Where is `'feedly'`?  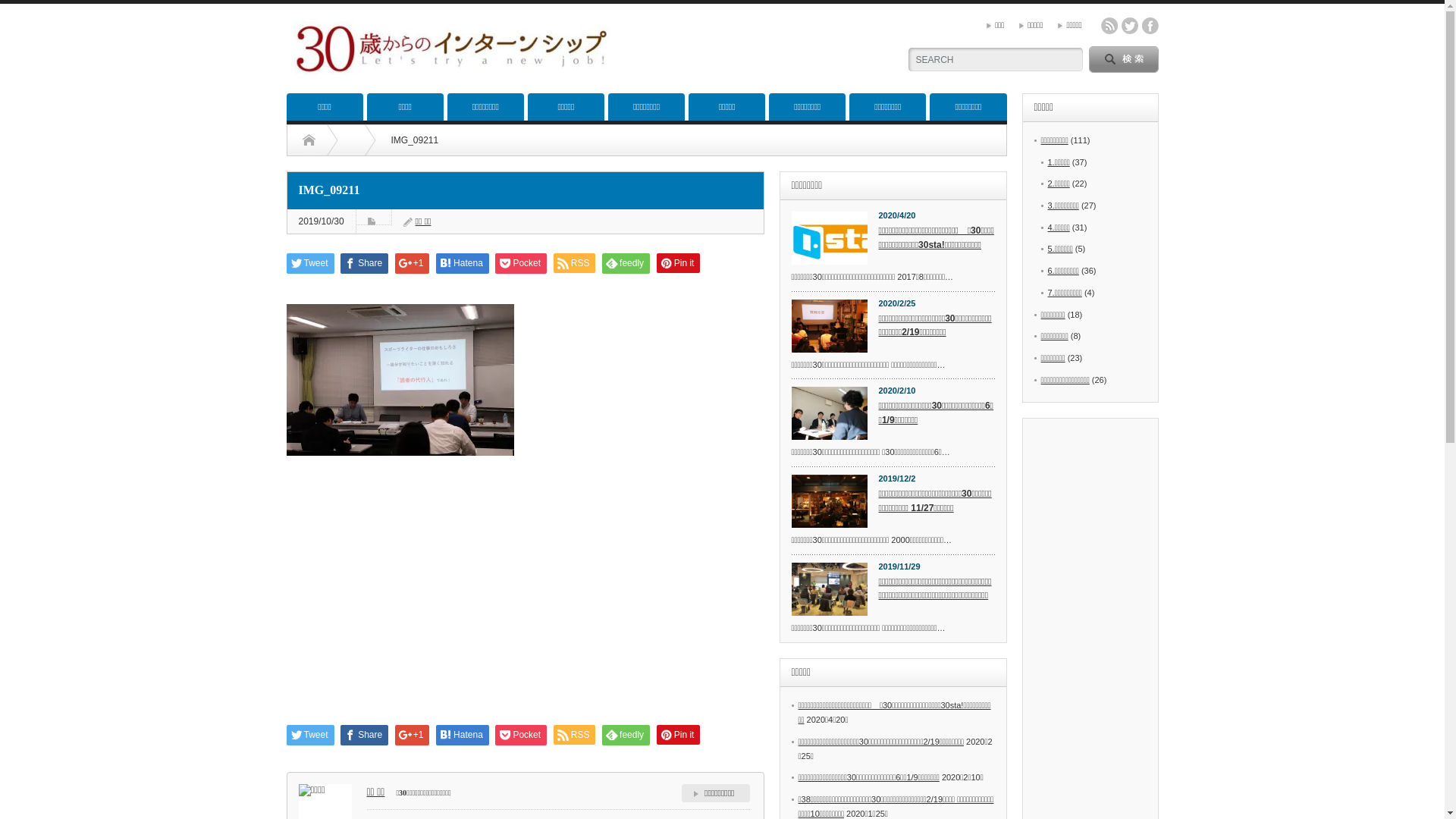 'feedly' is located at coordinates (626, 262).